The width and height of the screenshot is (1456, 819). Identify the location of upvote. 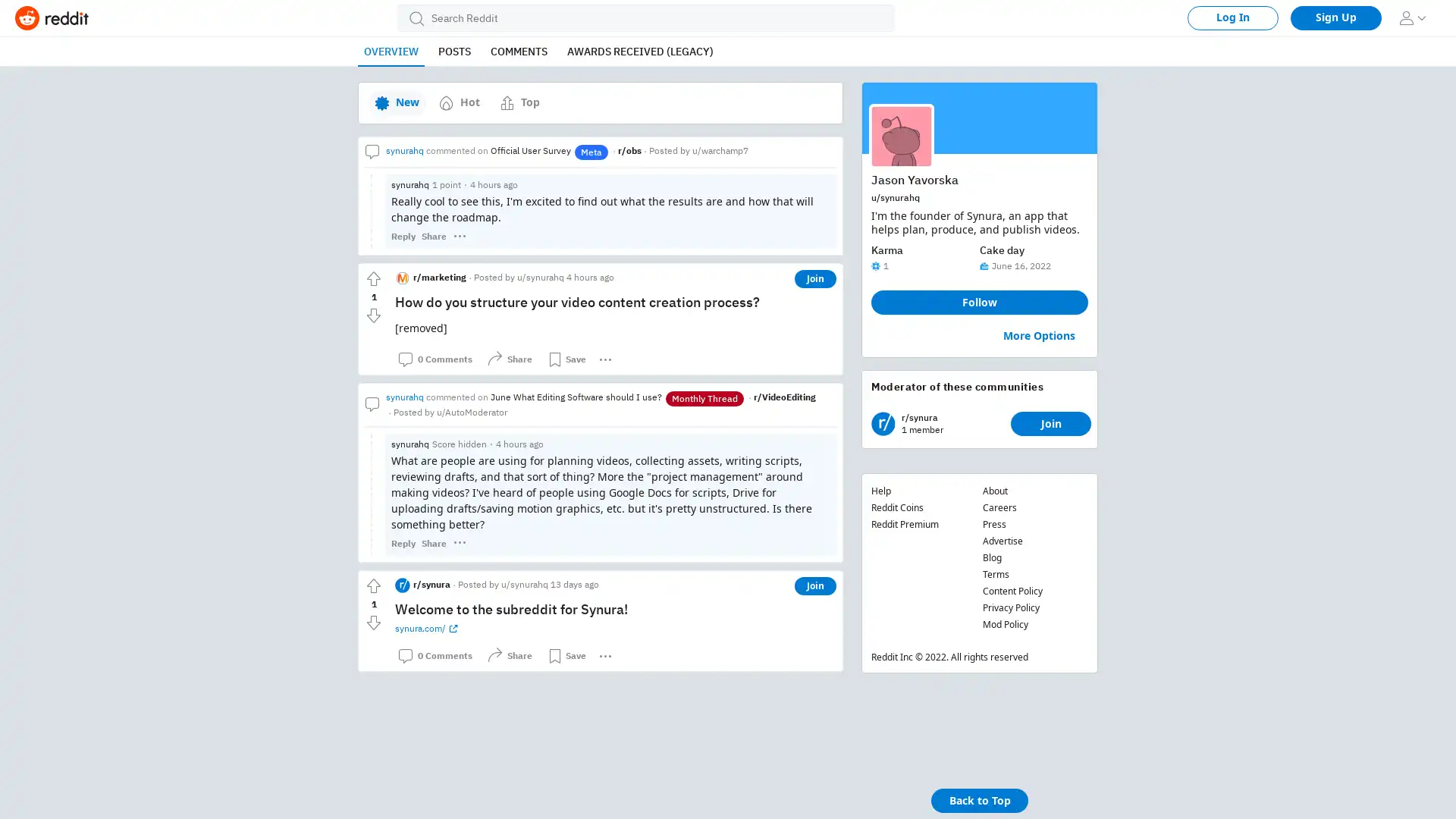
(374, 584).